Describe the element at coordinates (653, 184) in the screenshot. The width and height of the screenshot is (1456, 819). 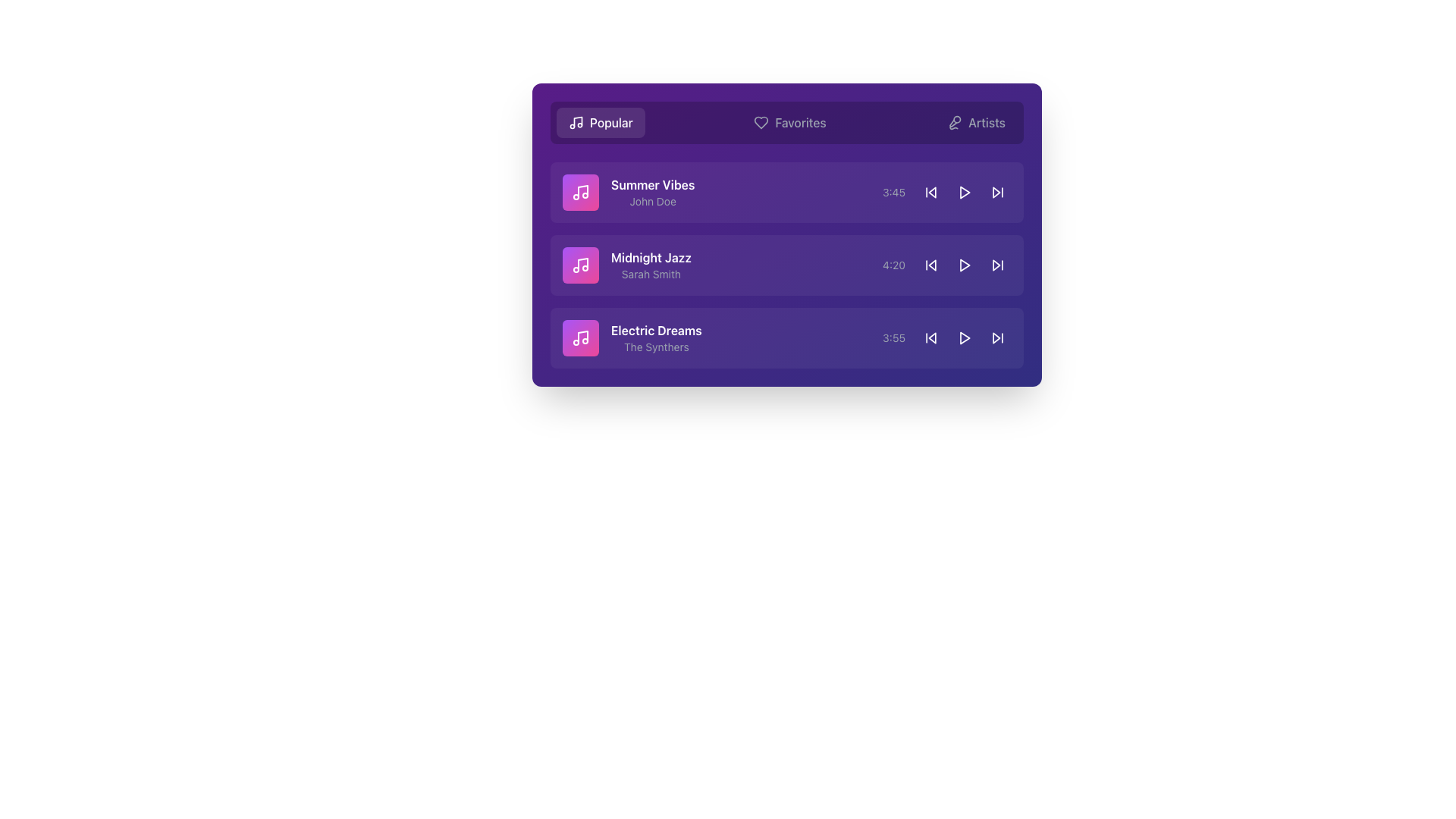
I see `the 'Summer Vibes' text label, which is displayed in a prominent white, bold font against a purple background, located at the beginning of a list entry` at that location.